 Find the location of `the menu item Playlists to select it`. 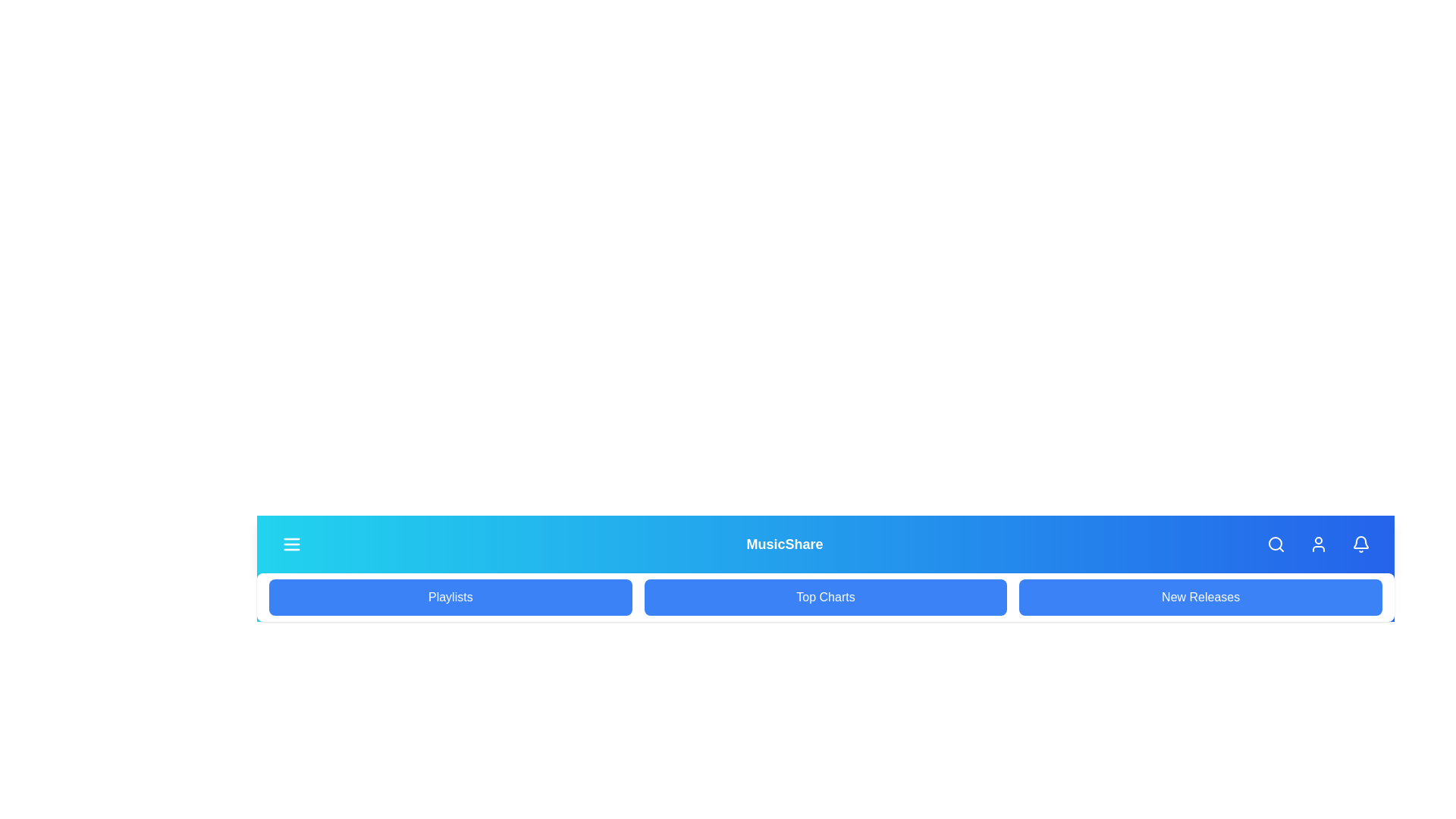

the menu item Playlists to select it is located at coordinates (450, 596).